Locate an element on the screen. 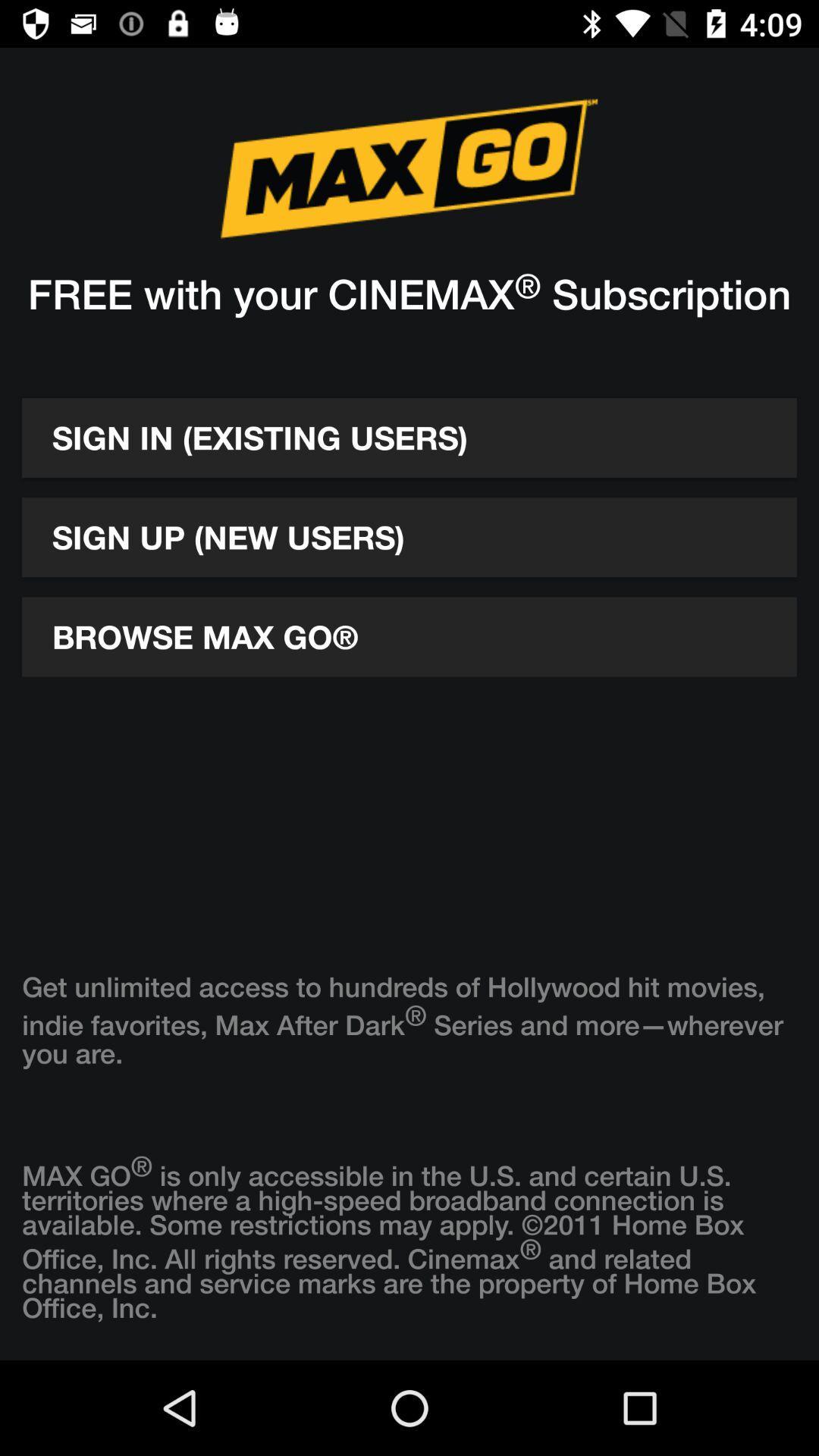 Image resolution: width=819 pixels, height=1456 pixels. sign in existing item is located at coordinates (409, 437).